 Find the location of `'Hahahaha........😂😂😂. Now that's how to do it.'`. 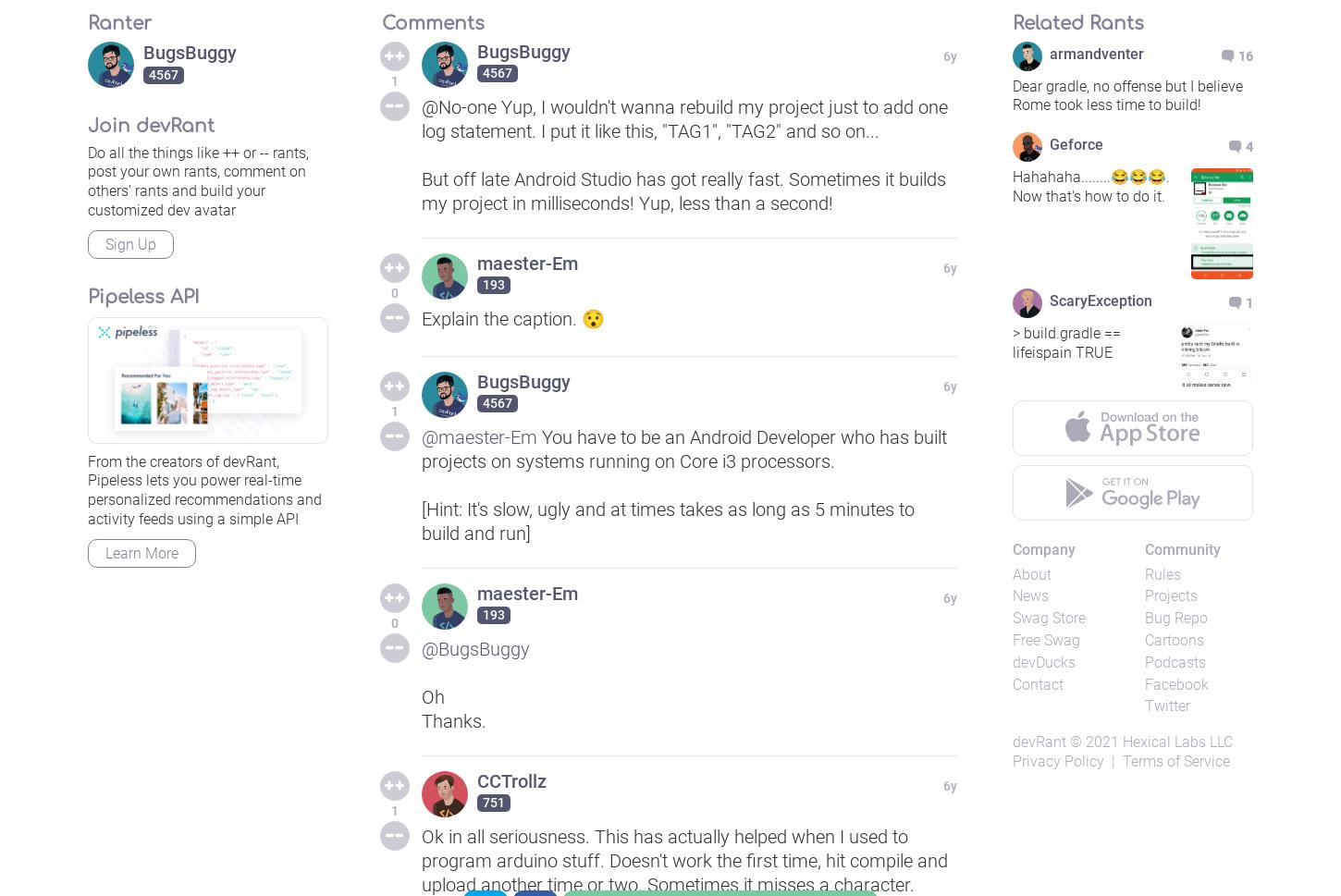

'Hahahaha........😂😂😂. Now that's how to do it.' is located at coordinates (1012, 187).